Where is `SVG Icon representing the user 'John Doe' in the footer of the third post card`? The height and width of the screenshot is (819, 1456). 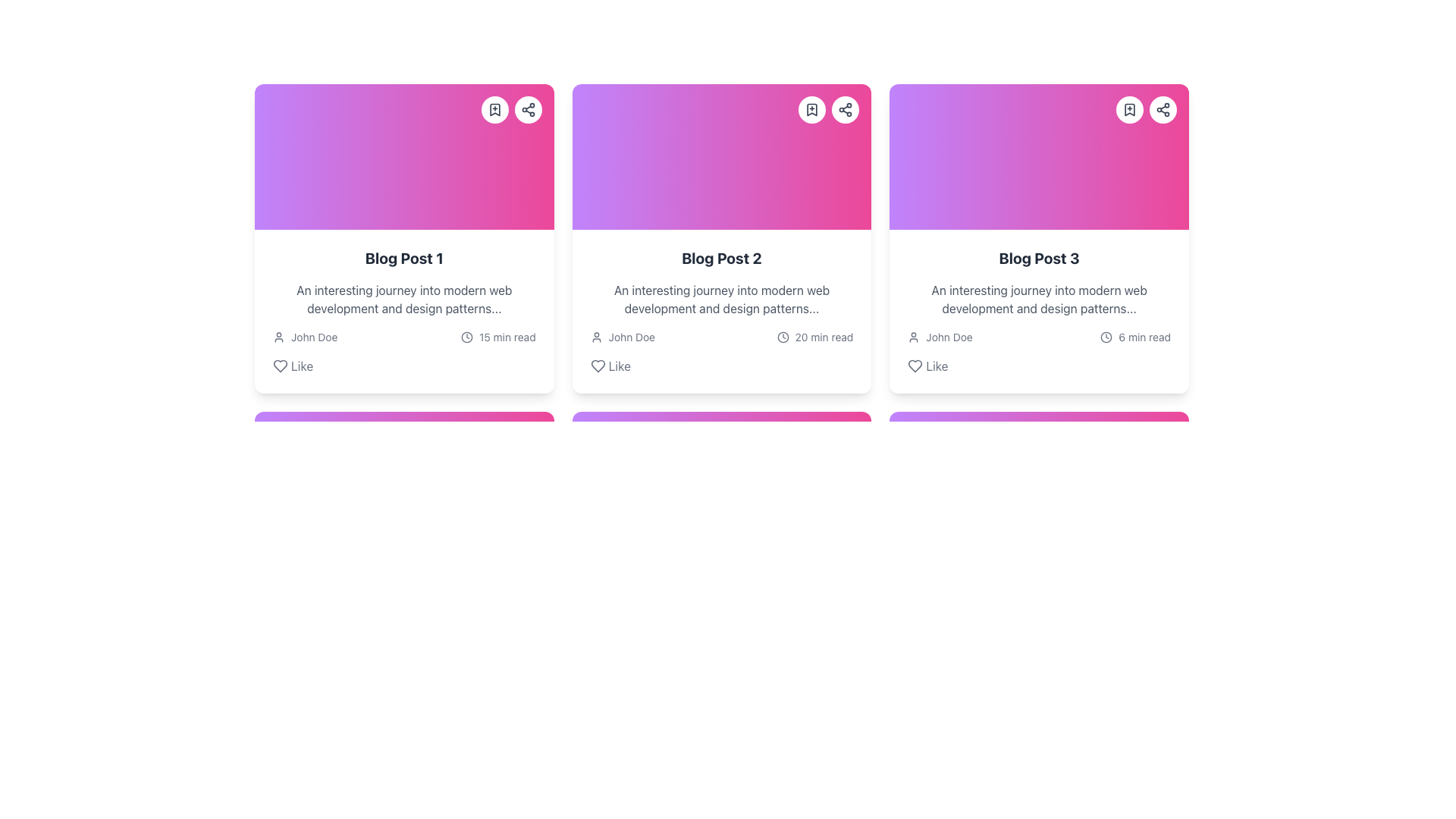
SVG Icon representing the user 'John Doe' in the footer of the third post card is located at coordinates (913, 336).